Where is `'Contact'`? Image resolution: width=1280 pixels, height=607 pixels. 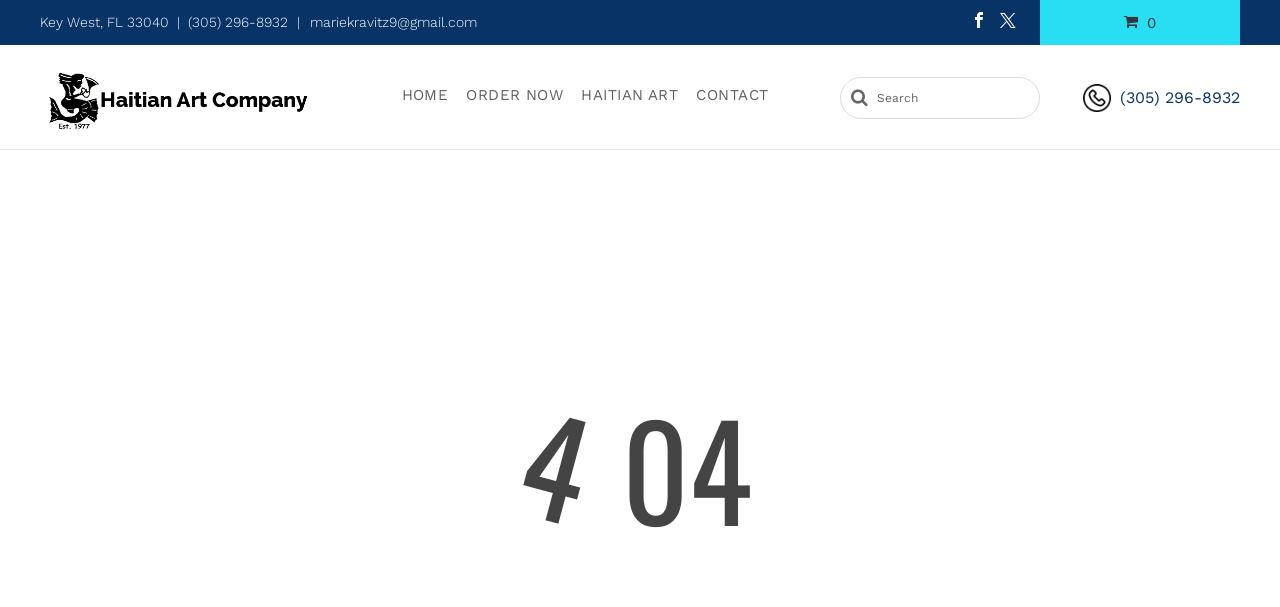
'Contact' is located at coordinates (731, 94).